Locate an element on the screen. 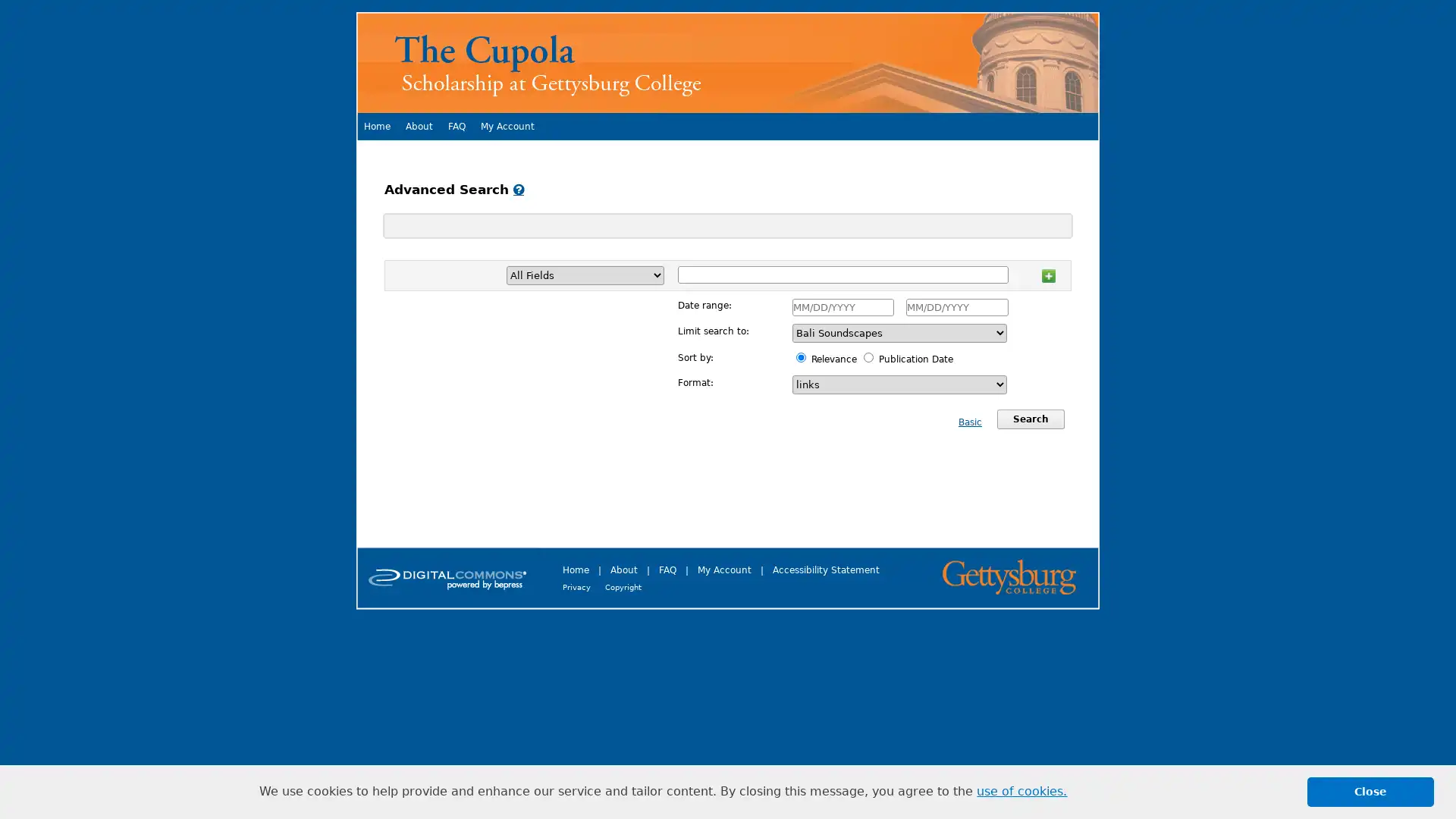  Add row 1 is located at coordinates (1047, 274).